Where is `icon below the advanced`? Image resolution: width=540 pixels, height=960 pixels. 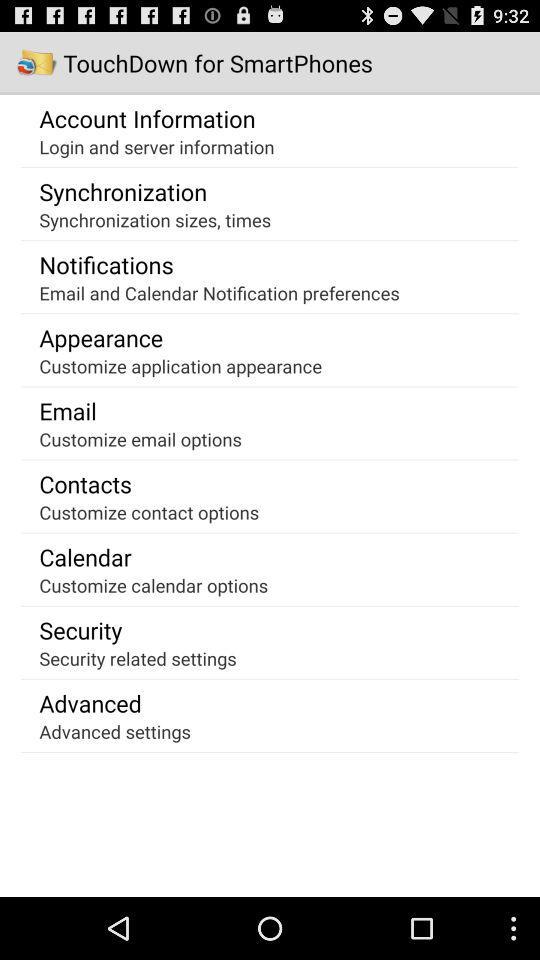 icon below the advanced is located at coordinates (115, 730).